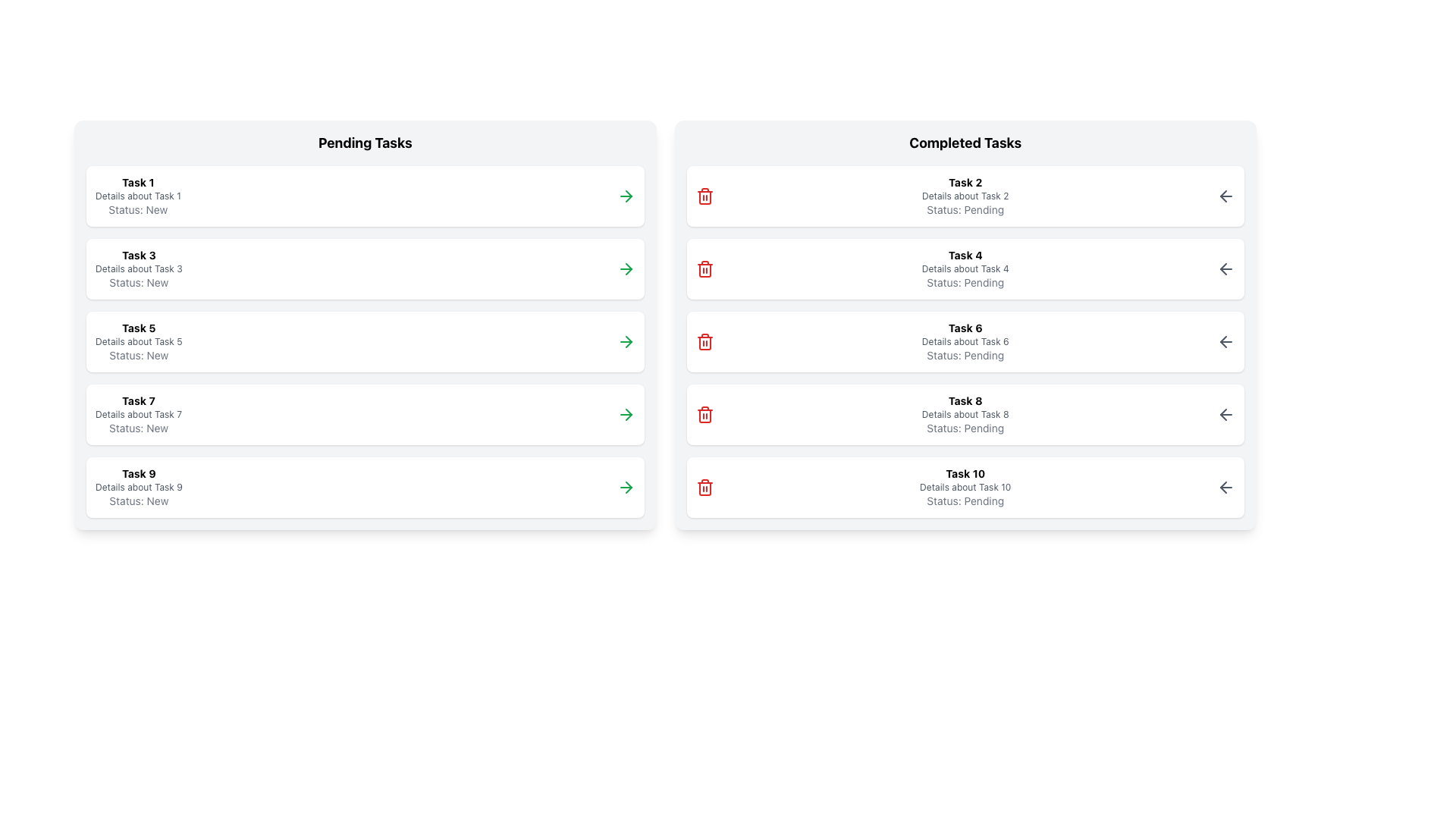  Describe the element at coordinates (965, 181) in the screenshot. I see `text displayed in the Text Label that serves as a header for the task entry, located at the top of the 'Completed Tasks' list` at that location.